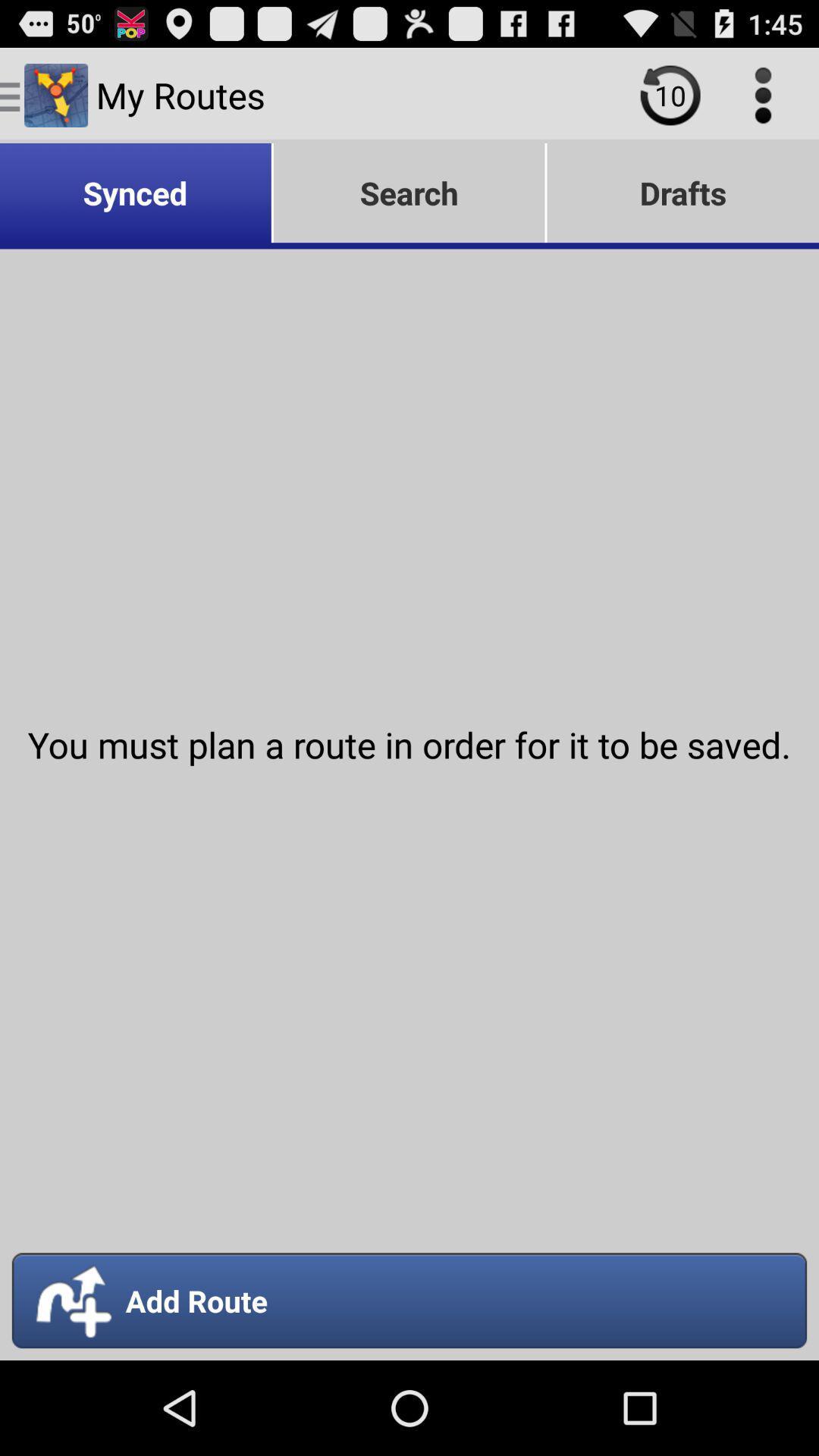 This screenshot has height=1456, width=819. Describe the element at coordinates (670, 94) in the screenshot. I see `the item to the right of the my routes icon` at that location.